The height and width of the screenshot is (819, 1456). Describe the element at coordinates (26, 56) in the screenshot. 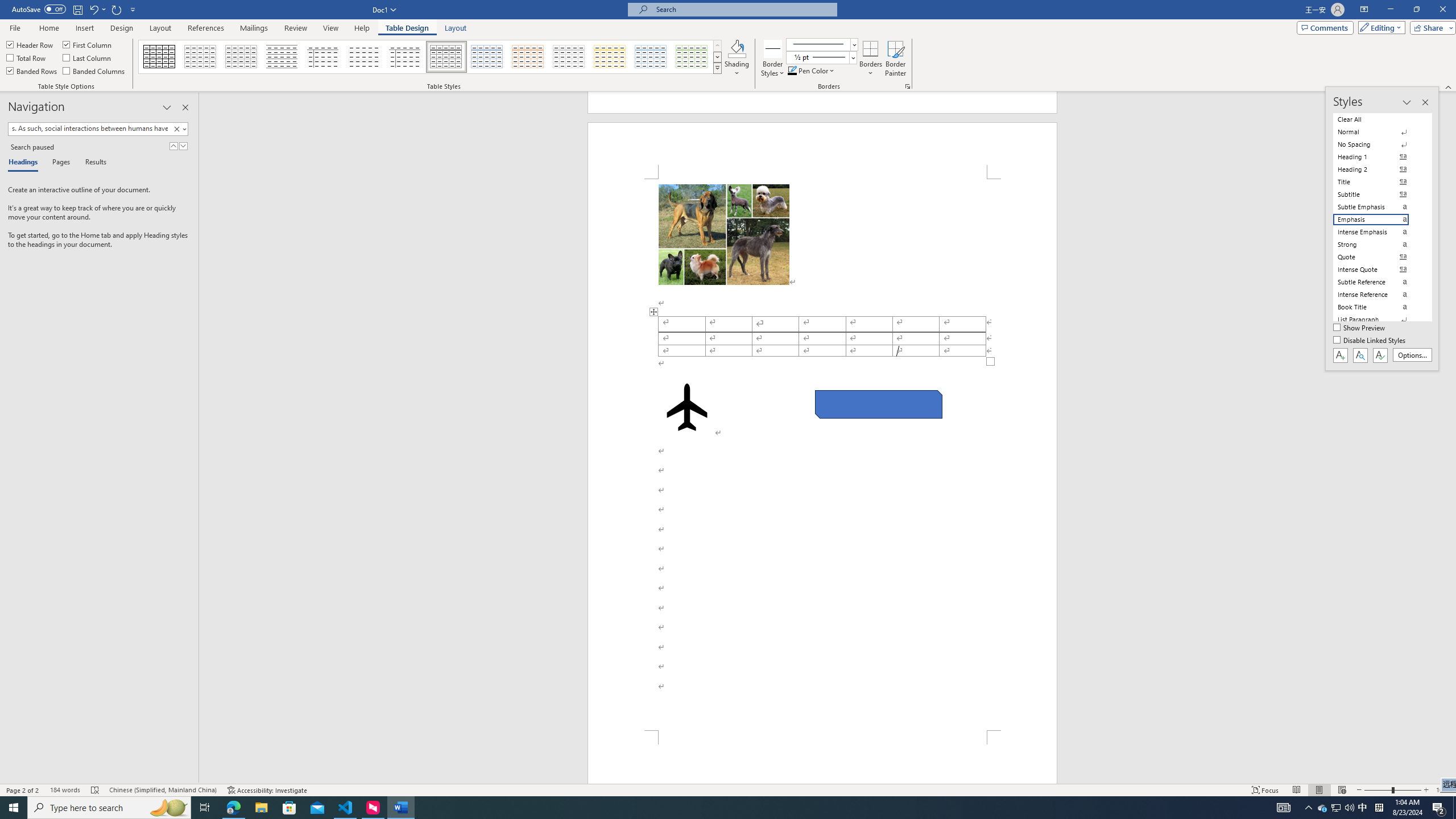

I see `'Total Row'` at that location.